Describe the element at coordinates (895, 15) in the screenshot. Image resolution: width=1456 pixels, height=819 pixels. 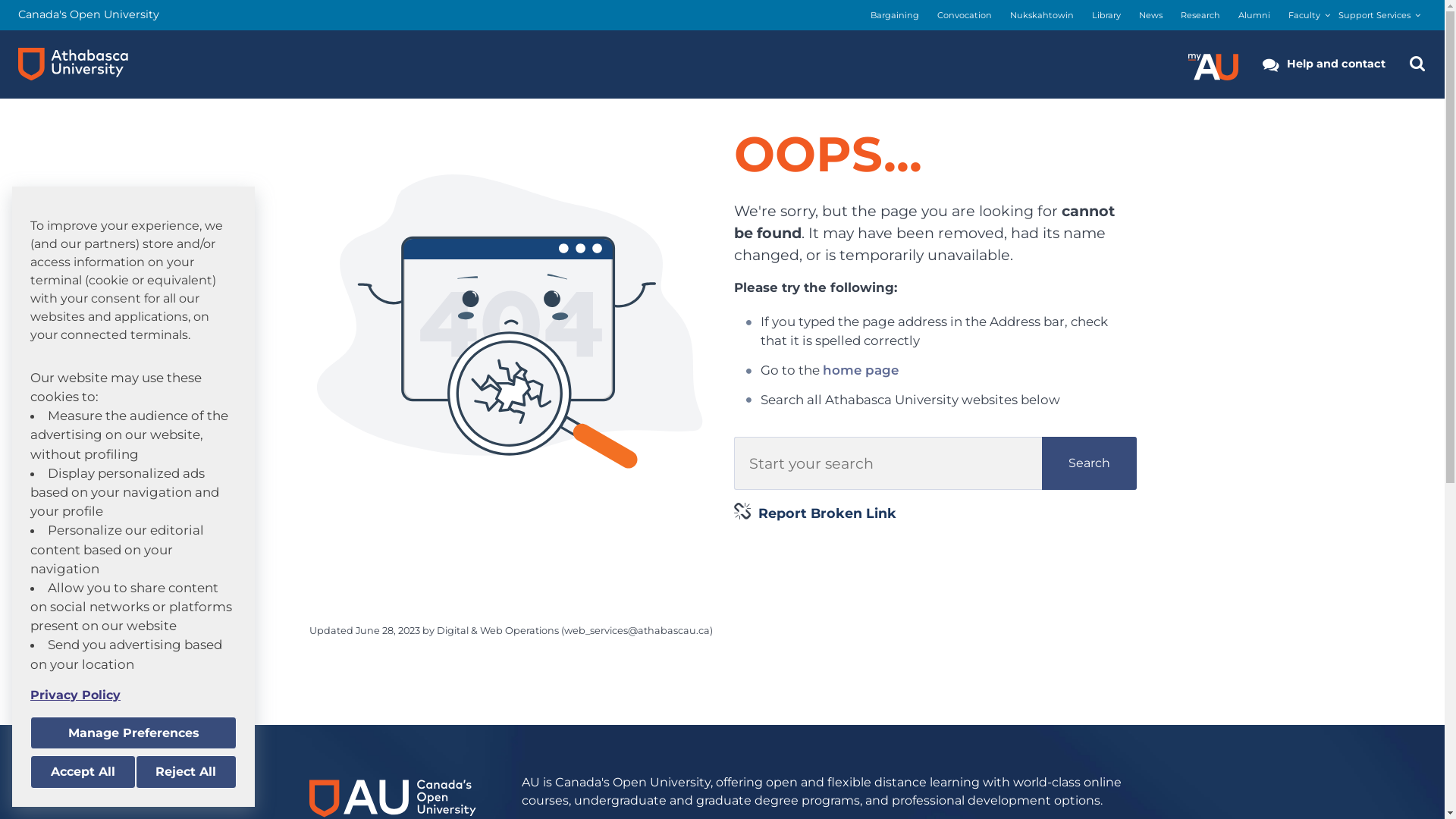
I see `'Bargaining'` at that location.